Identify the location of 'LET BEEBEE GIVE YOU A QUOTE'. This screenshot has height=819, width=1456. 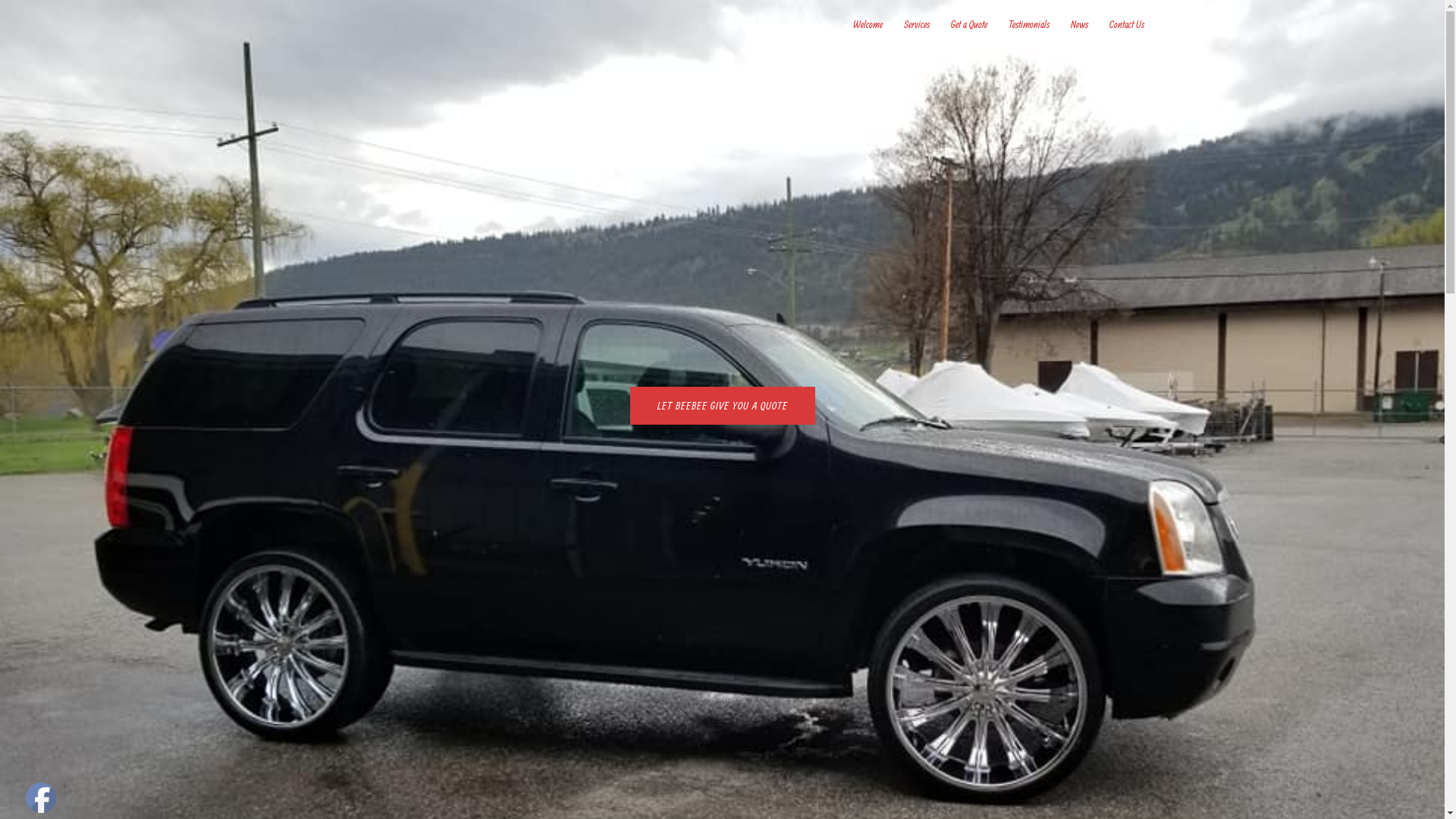
(720, 405).